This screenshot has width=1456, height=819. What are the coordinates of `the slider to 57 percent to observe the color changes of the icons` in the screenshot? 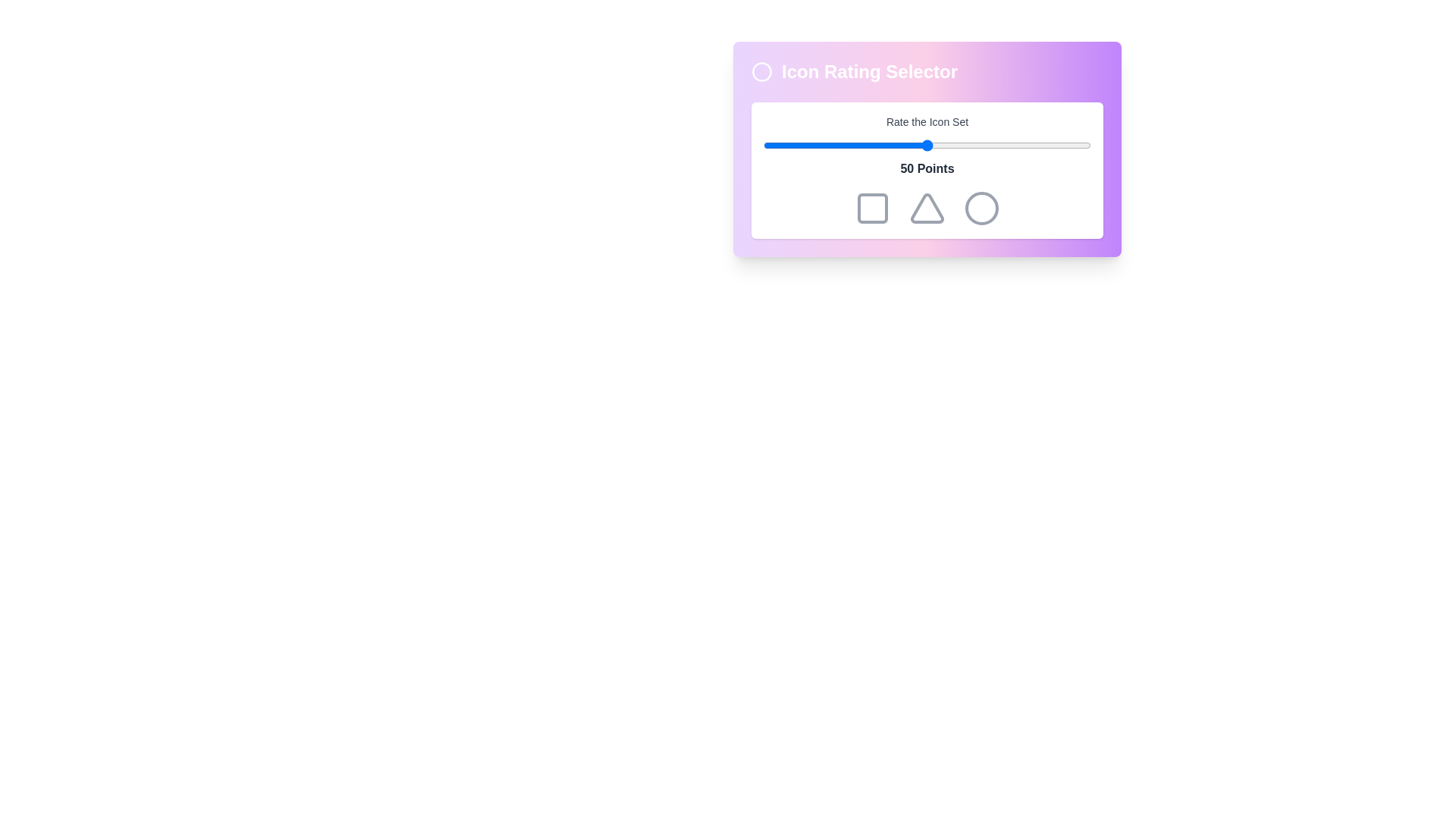 It's located at (949, 146).